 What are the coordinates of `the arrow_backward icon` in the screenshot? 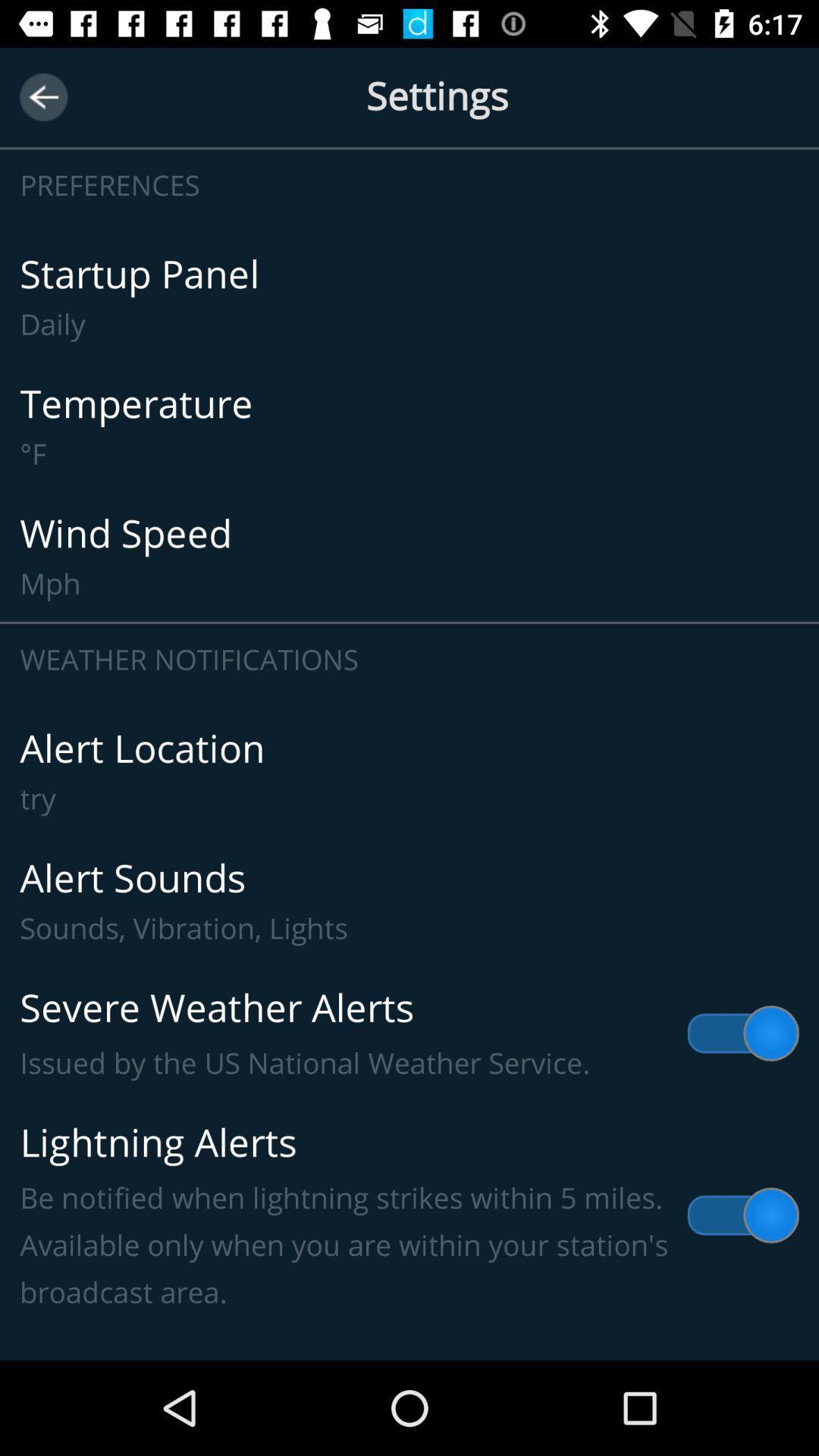 It's located at (42, 96).